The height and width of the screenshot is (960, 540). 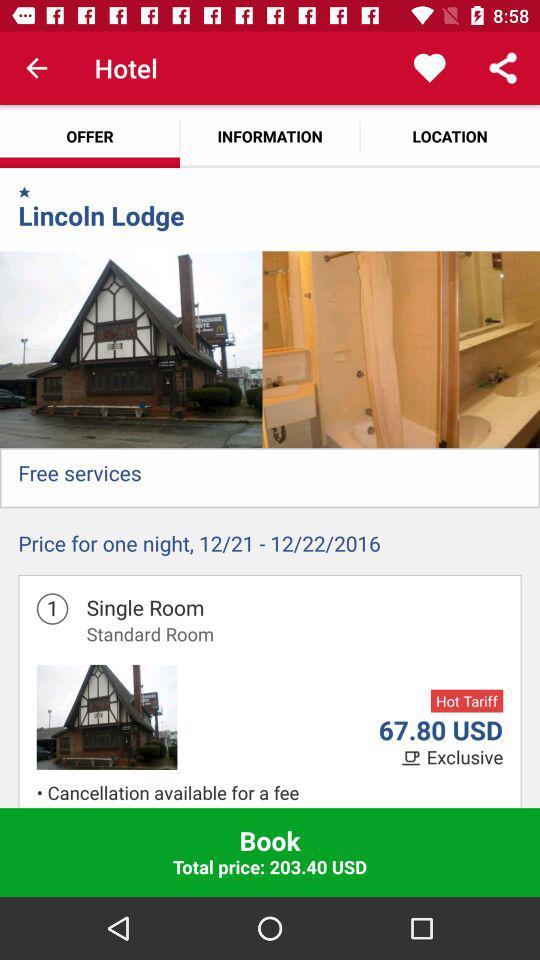 What do you see at coordinates (144, 606) in the screenshot?
I see `the icon above standard room icon` at bounding box center [144, 606].